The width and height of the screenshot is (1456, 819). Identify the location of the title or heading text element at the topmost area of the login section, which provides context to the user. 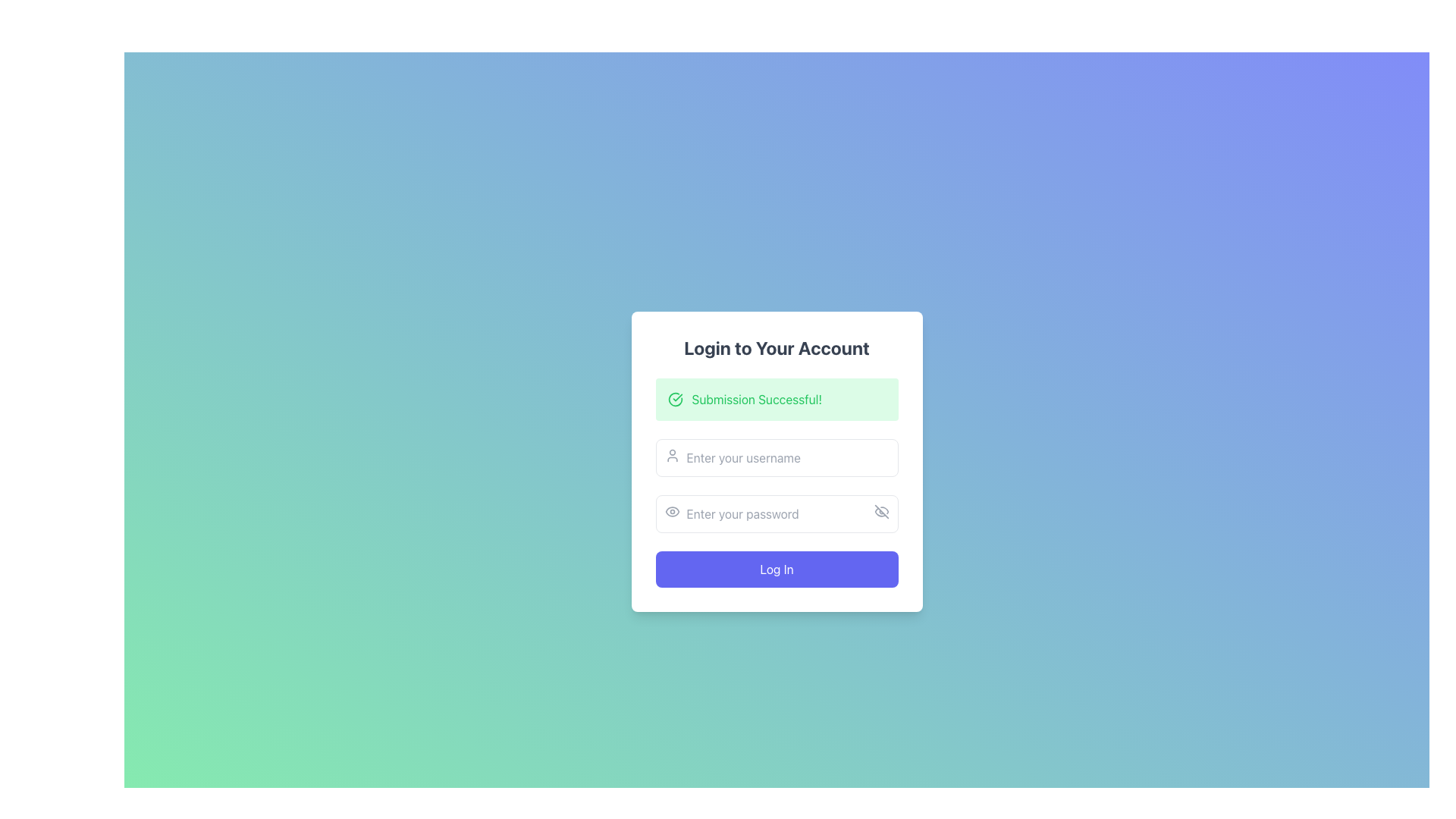
(777, 348).